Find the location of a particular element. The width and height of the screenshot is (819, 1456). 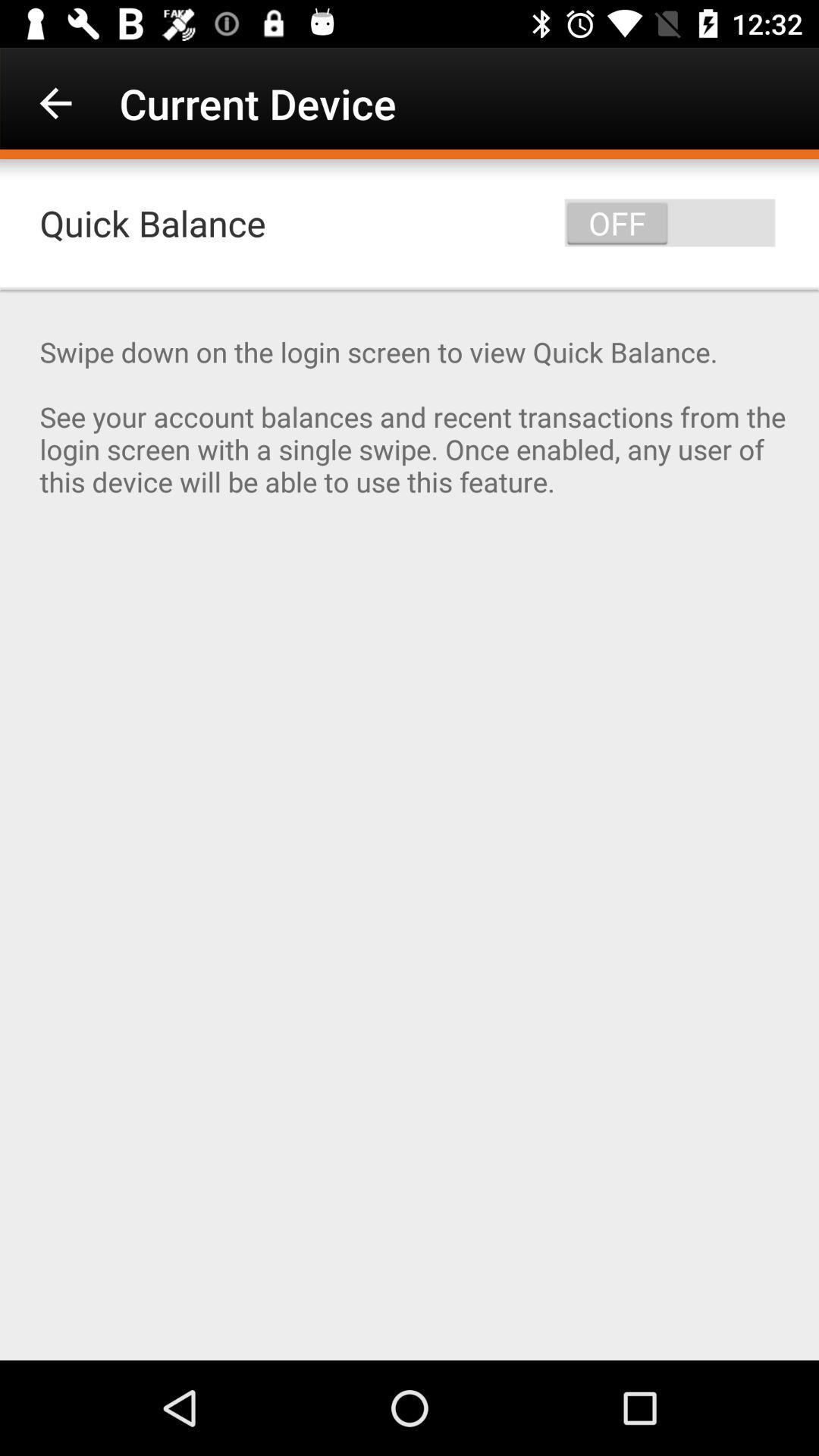

icon next to the current device icon is located at coordinates (55, 102).